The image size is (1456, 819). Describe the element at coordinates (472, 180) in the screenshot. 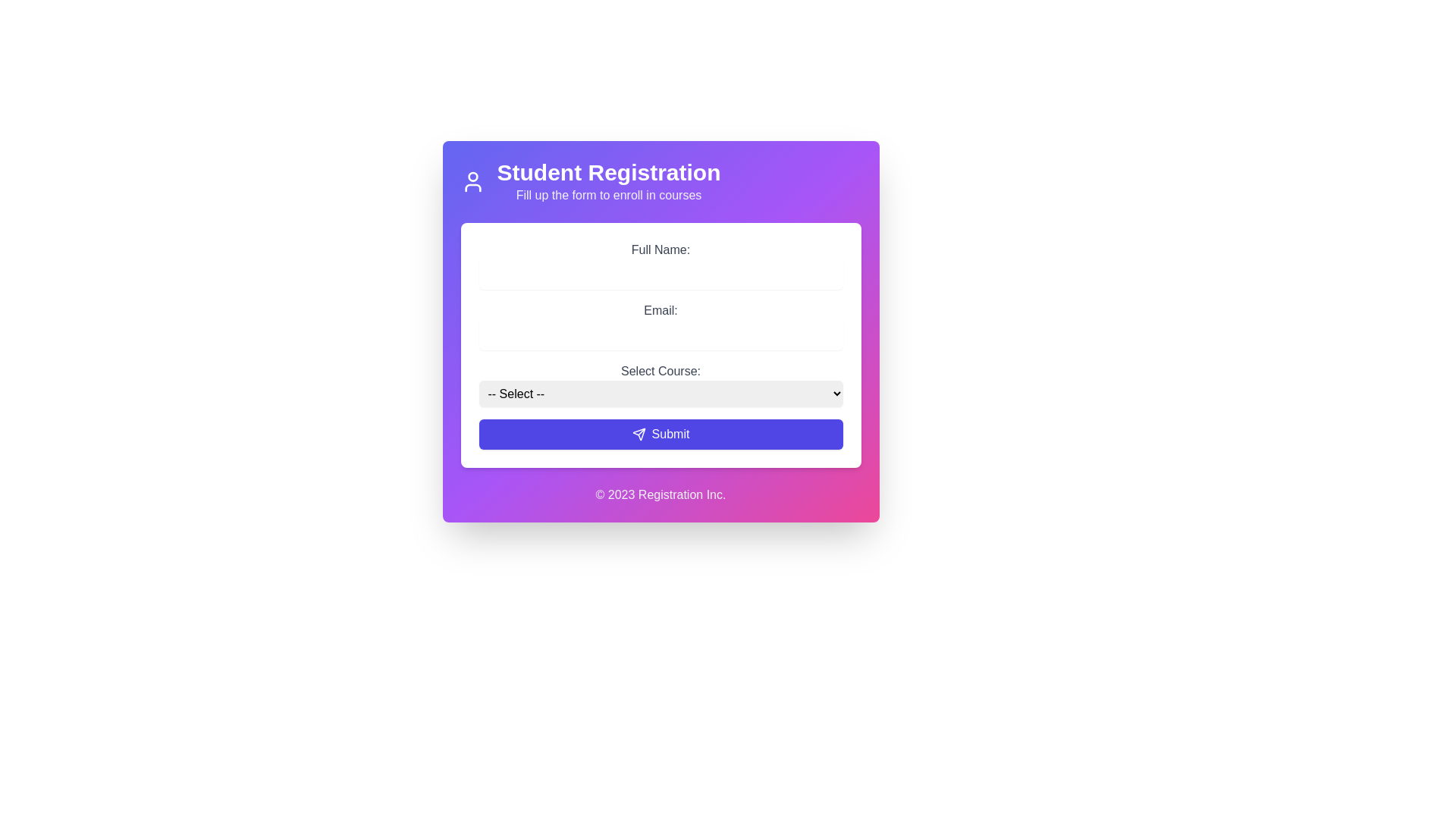

I see `the user-related icon located at the top-left corner of the registration panel, adjacent to the title 'Student Registration'` at that location.